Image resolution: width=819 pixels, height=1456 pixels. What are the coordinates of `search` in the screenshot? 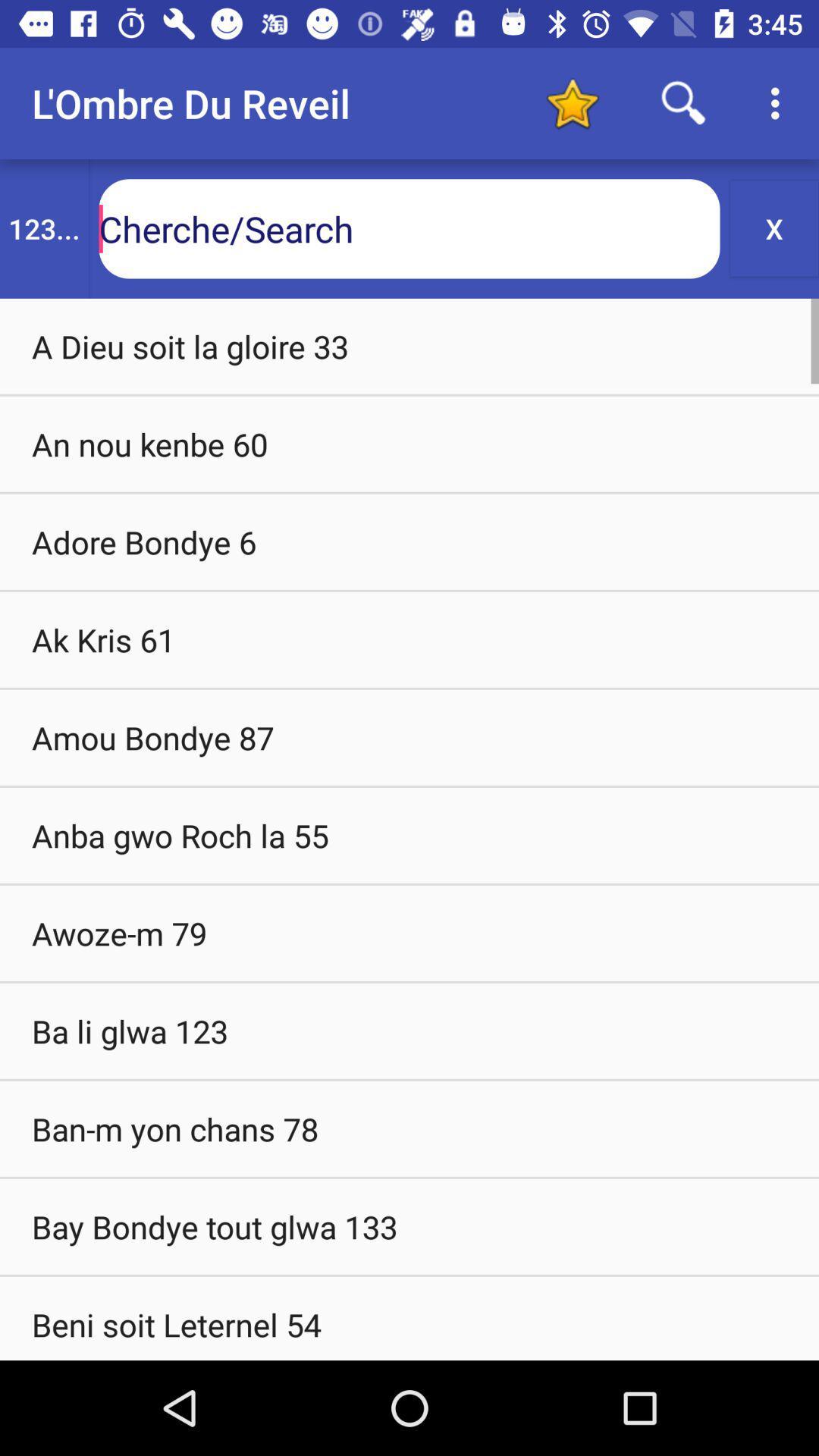 It's located at (683, 102).